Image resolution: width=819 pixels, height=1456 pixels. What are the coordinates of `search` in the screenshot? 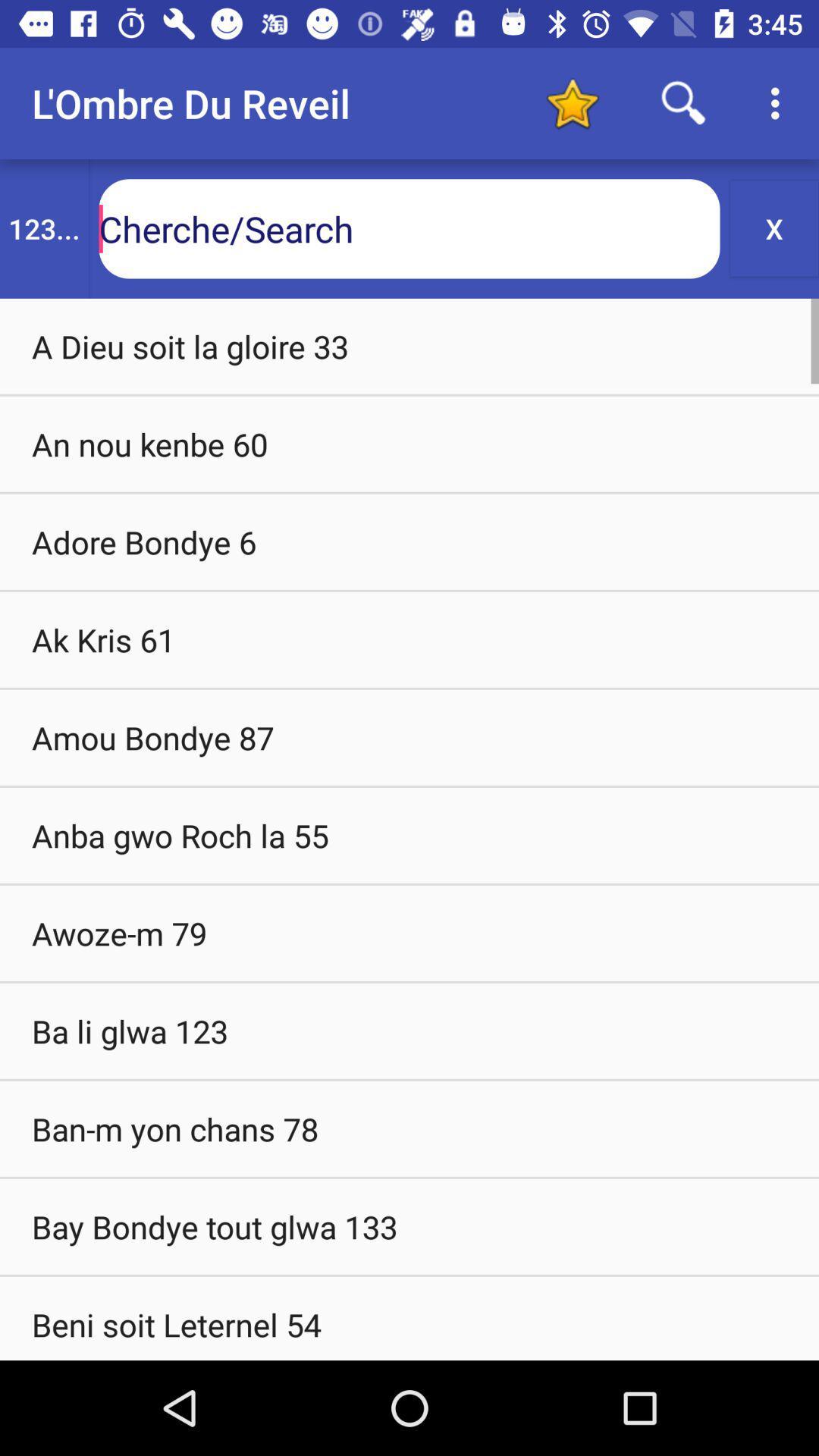 It's located at (683, 102).